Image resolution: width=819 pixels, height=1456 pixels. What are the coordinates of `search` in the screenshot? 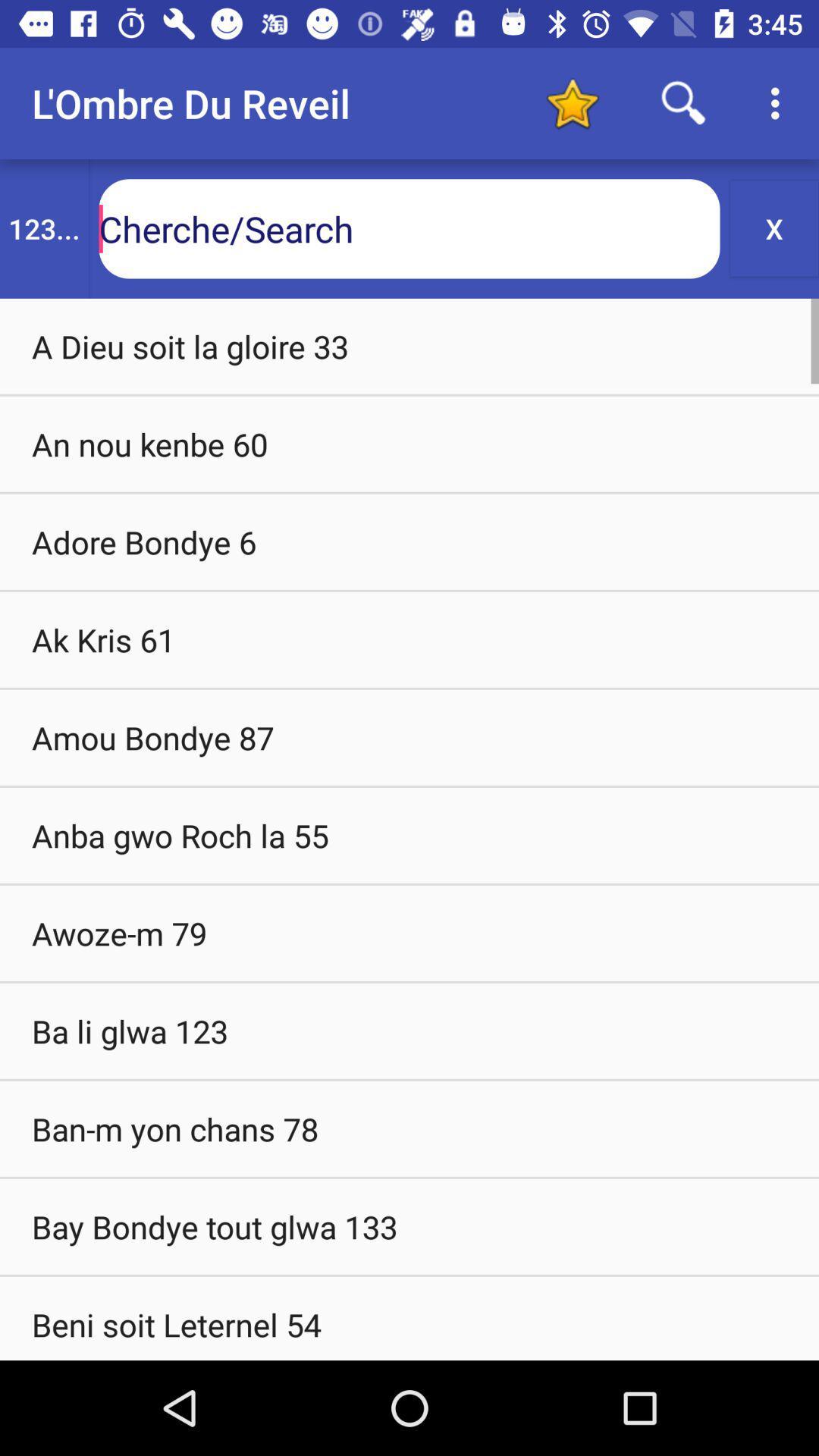 It's located at (683, 102).